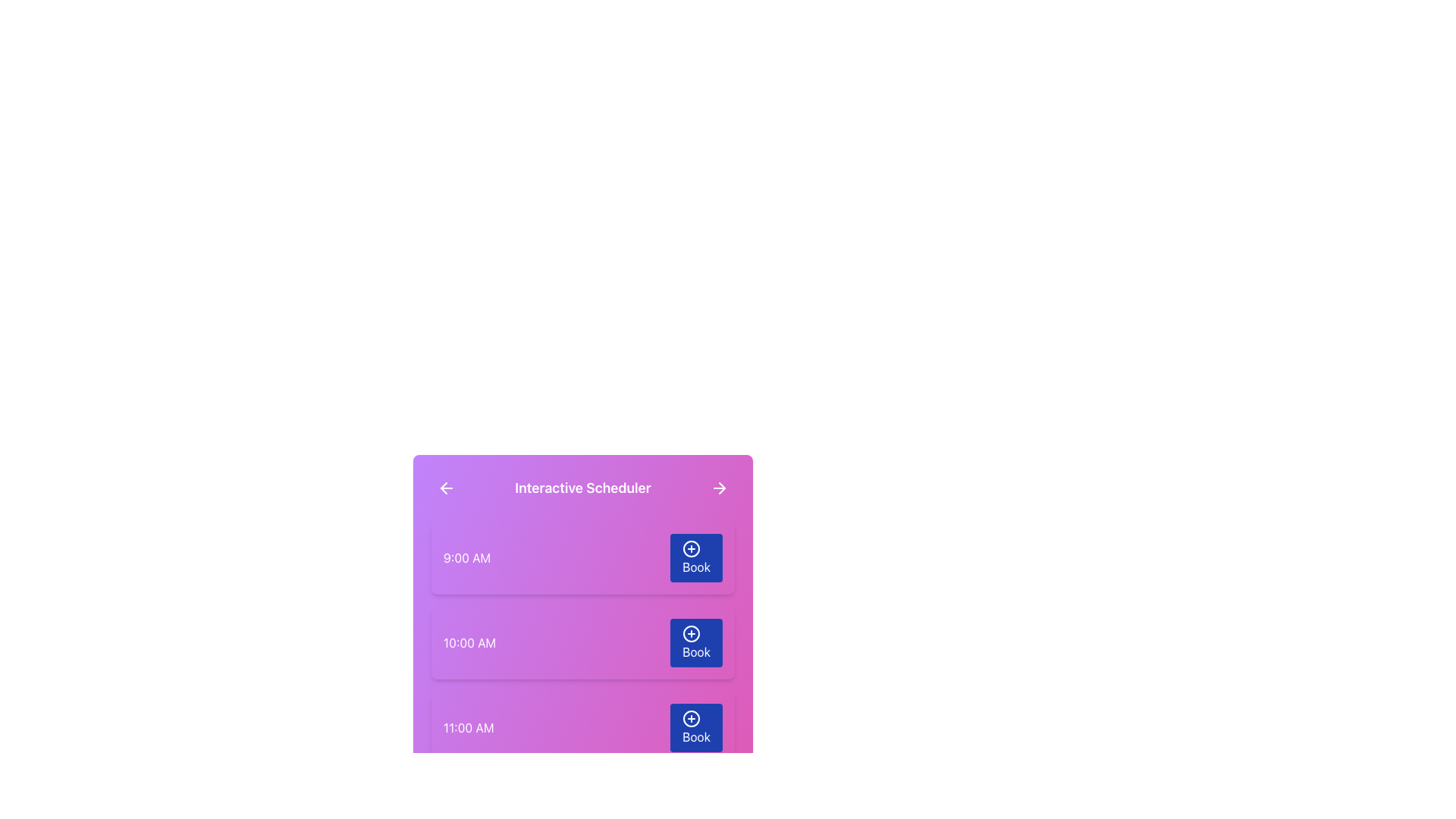  Describe the element at coordinates (691, 718) in the screenshot. I see `the SVG circle element that represents a plus sign, which is part of the 'Book' label and located to the right of the '11:00 AM' time slot` at that location.